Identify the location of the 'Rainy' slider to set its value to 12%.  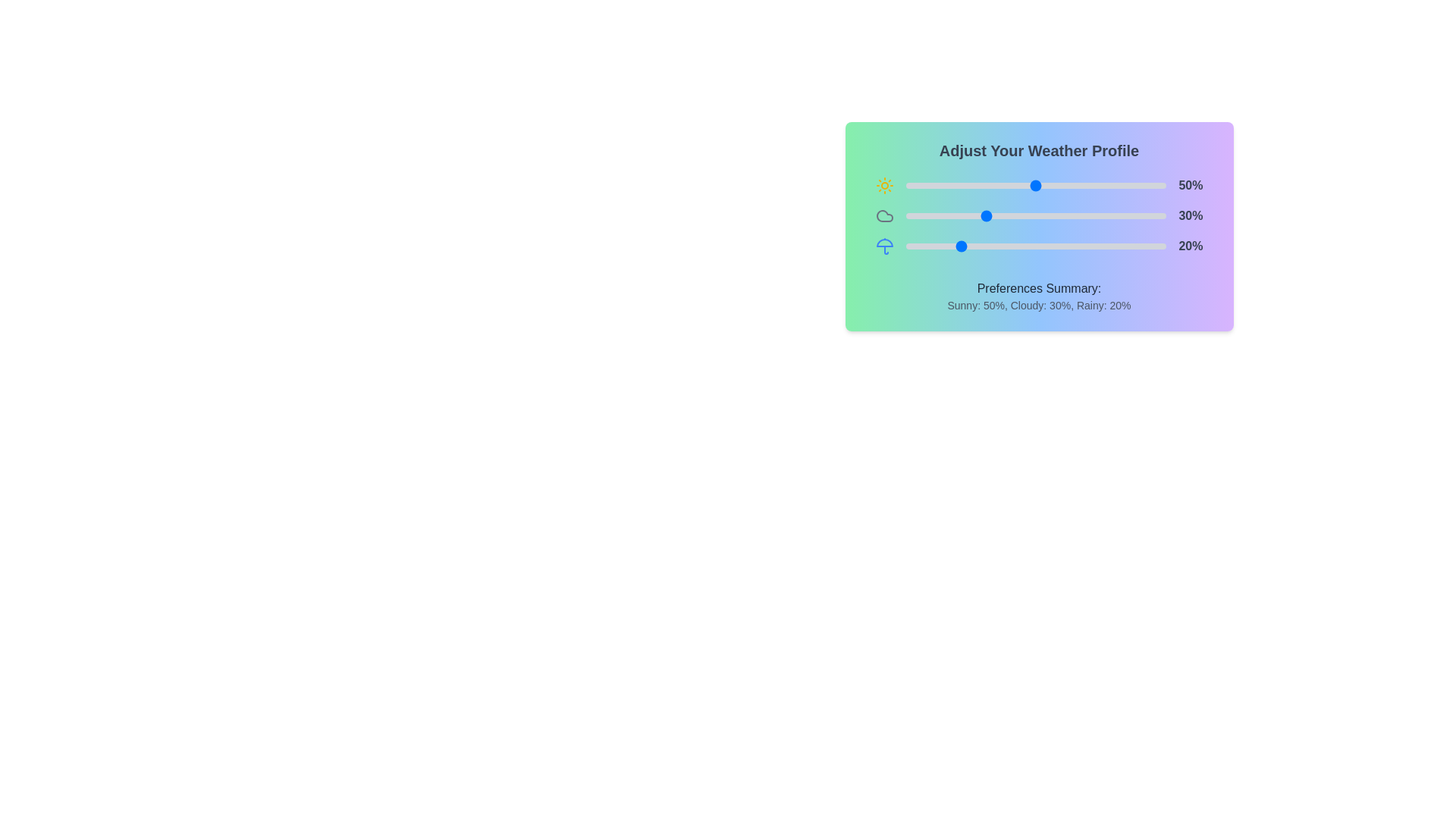
(936, 245).